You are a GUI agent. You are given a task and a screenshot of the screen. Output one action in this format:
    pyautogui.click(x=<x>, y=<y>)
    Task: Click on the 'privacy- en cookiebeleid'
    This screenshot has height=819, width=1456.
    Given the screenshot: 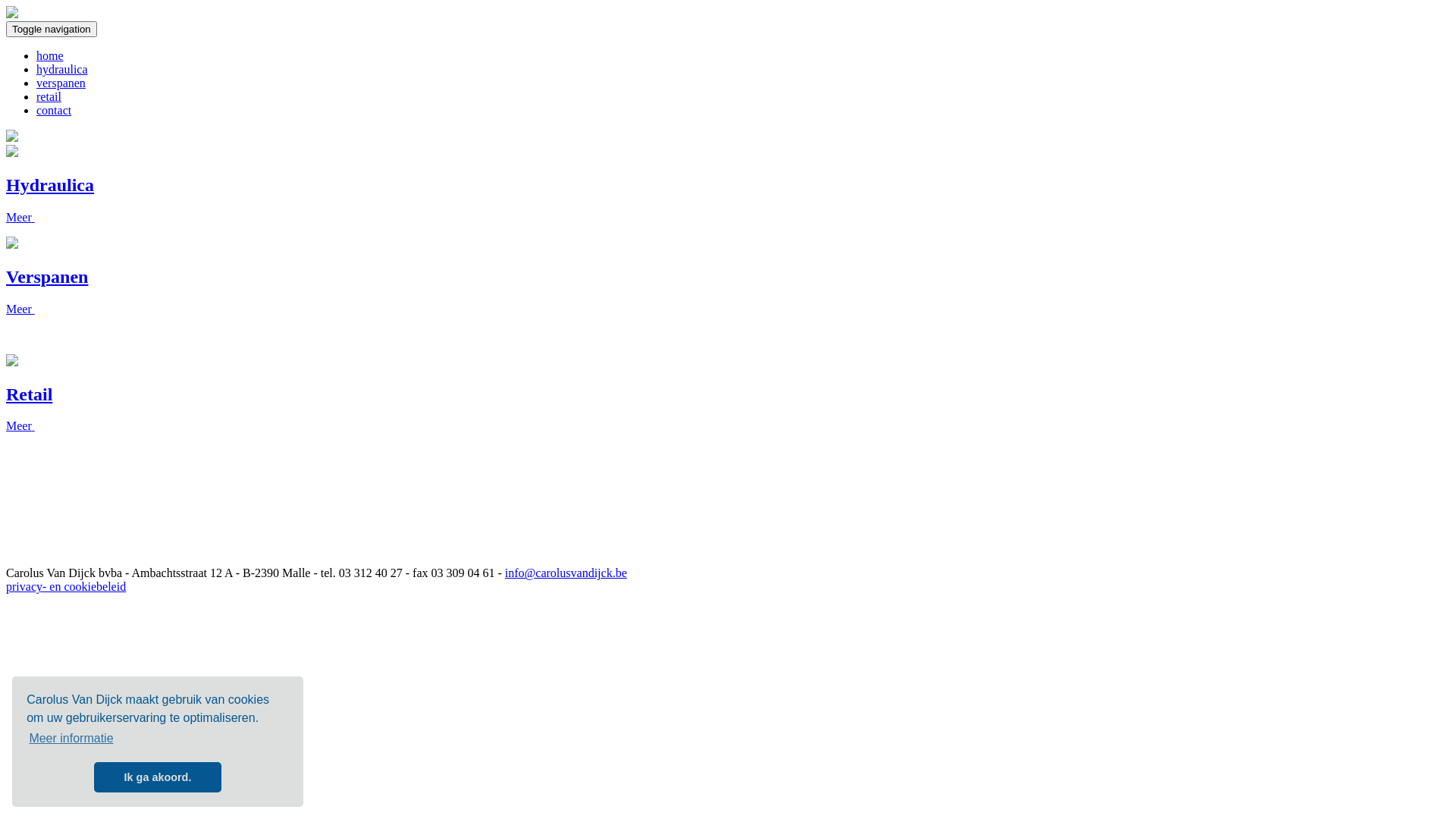 What is the action you would take?
    pyautogui.click(x=64, y=585)
    